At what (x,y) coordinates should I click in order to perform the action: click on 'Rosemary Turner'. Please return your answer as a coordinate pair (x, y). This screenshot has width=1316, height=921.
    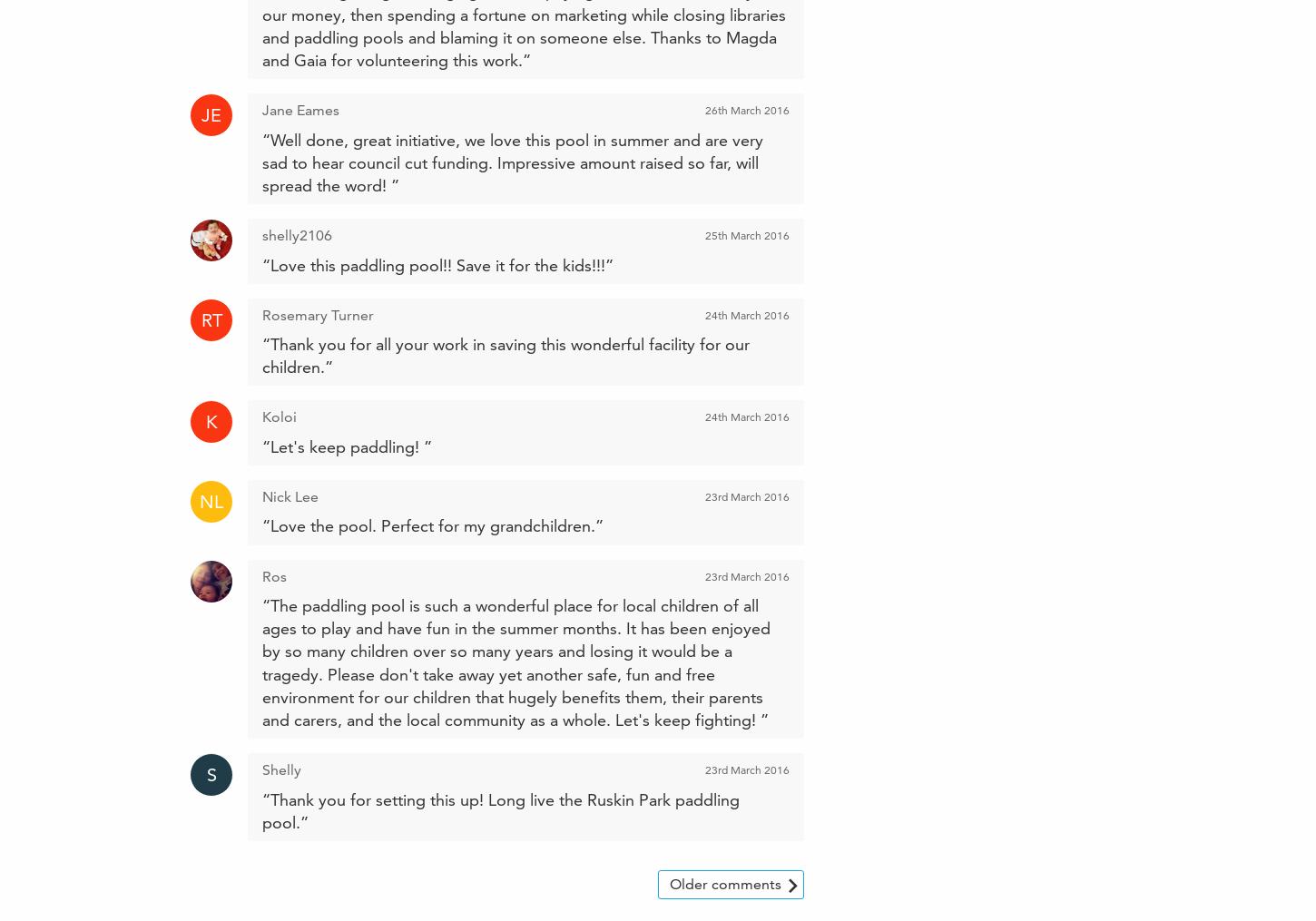
    Looking at the image, I should click on (318, 313).